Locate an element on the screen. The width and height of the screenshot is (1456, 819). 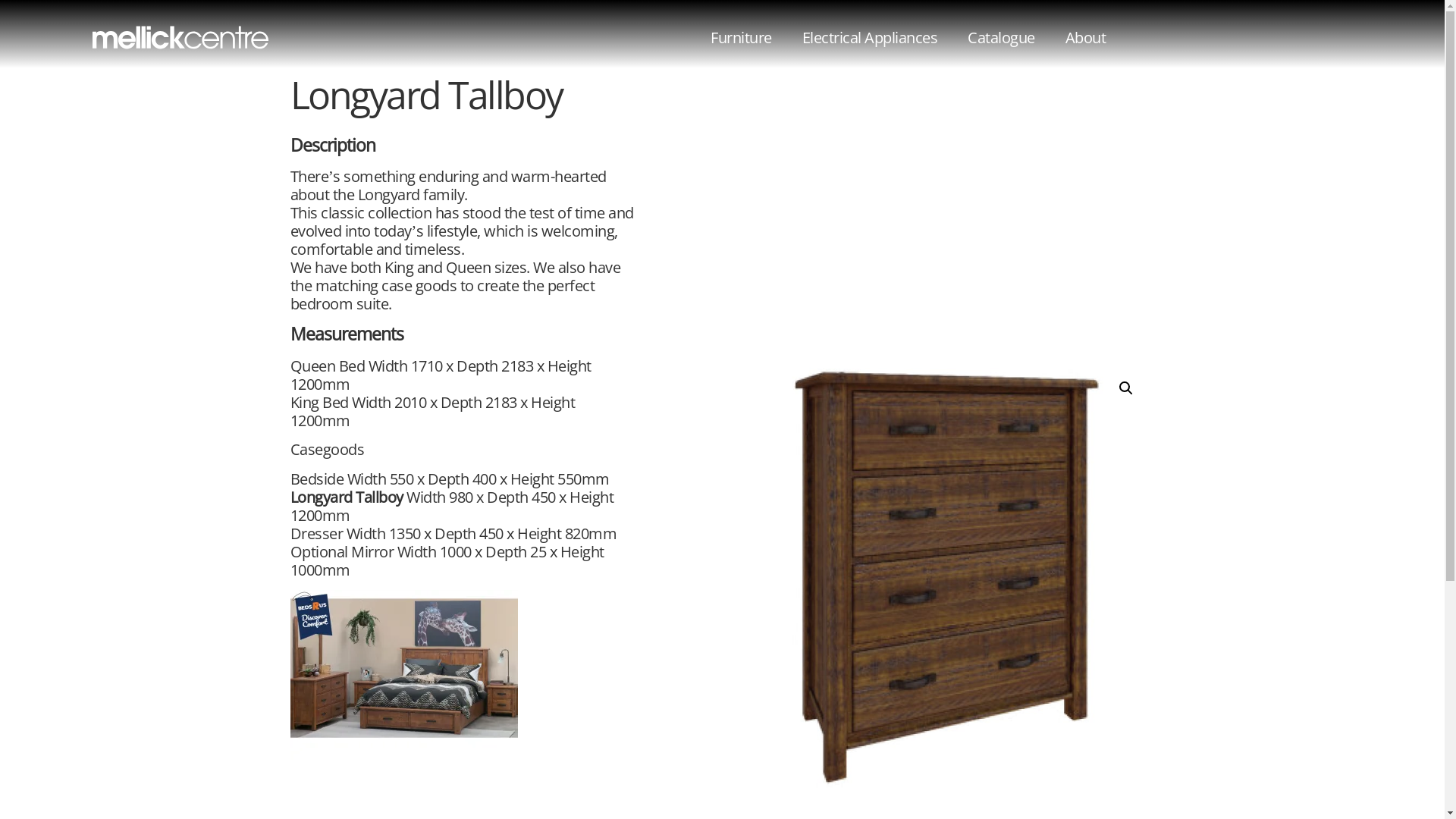
'Longyard Tallboy 1' is located at coordinates (403, 704).